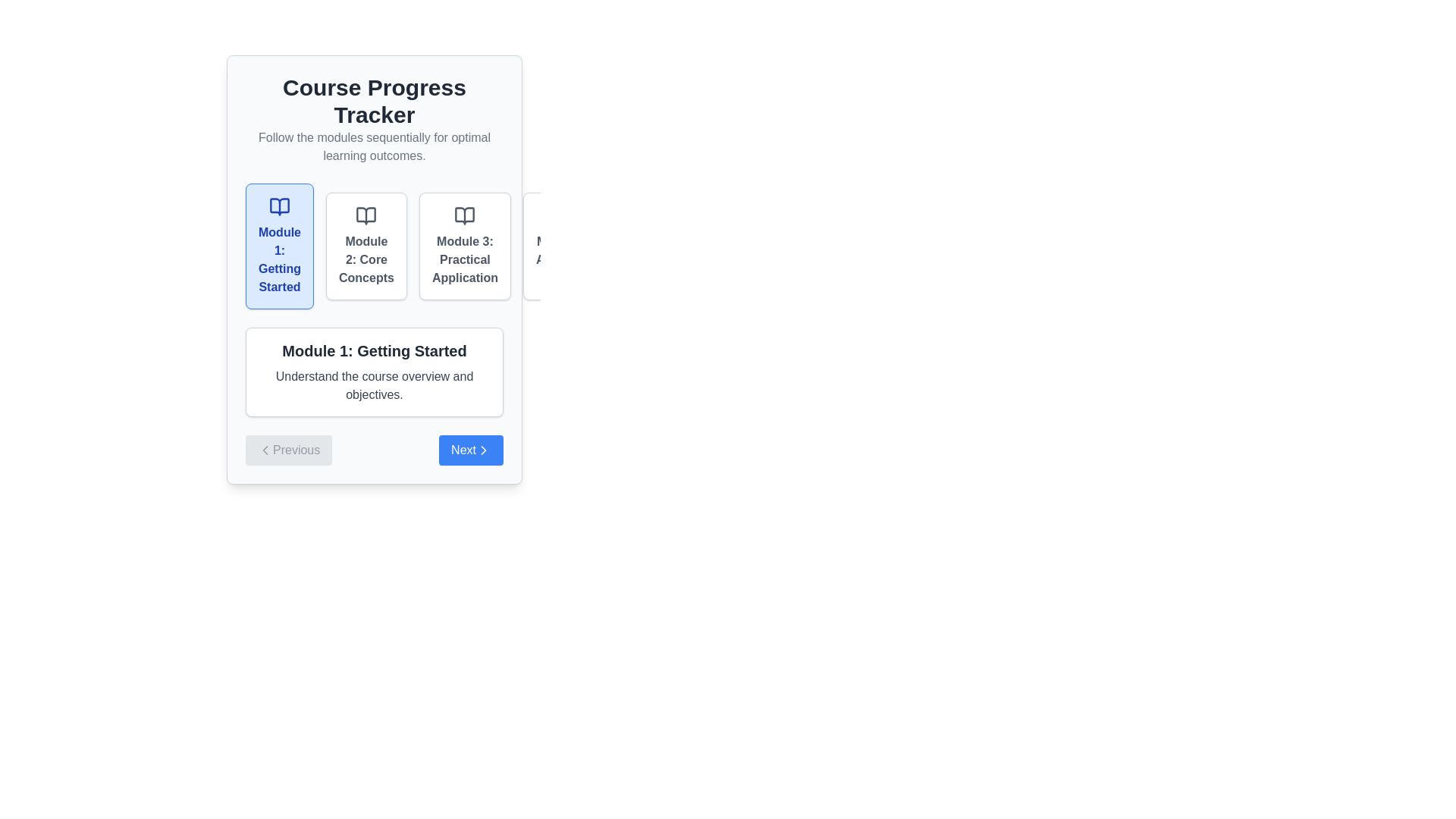  What do you see at coordinates (366, 259) in the screenshot?
I see `the text label displaying 'Module 2: Core Concepts', located centrally within its card, which is positioned between the 'Module 1: Getting Started' card on the left and the 'Module 3: Practical Application' card on the right` at bounding box center [366, 259].